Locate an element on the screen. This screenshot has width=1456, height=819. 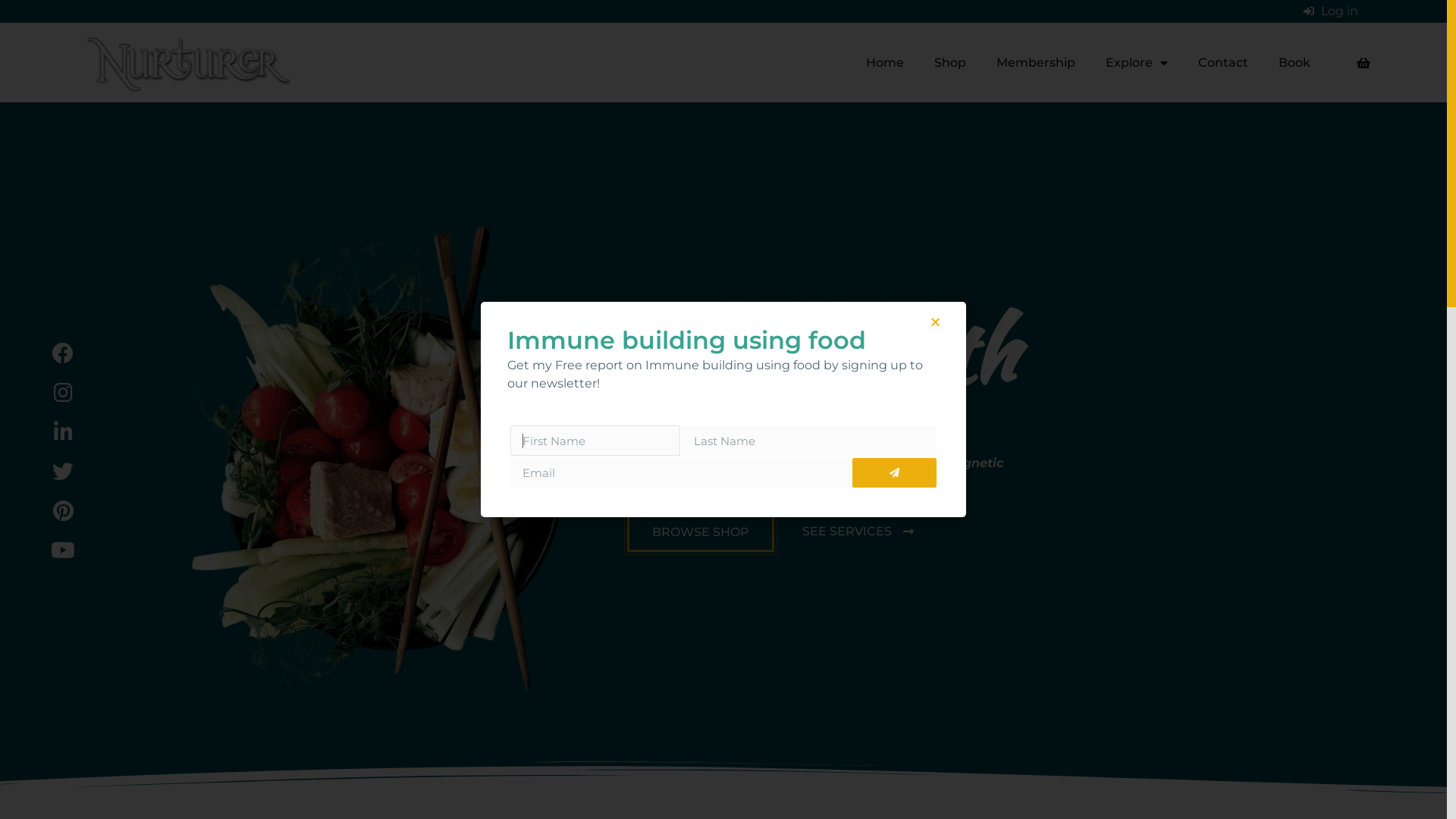
'Membership' is located at coordinates (1035, 62).